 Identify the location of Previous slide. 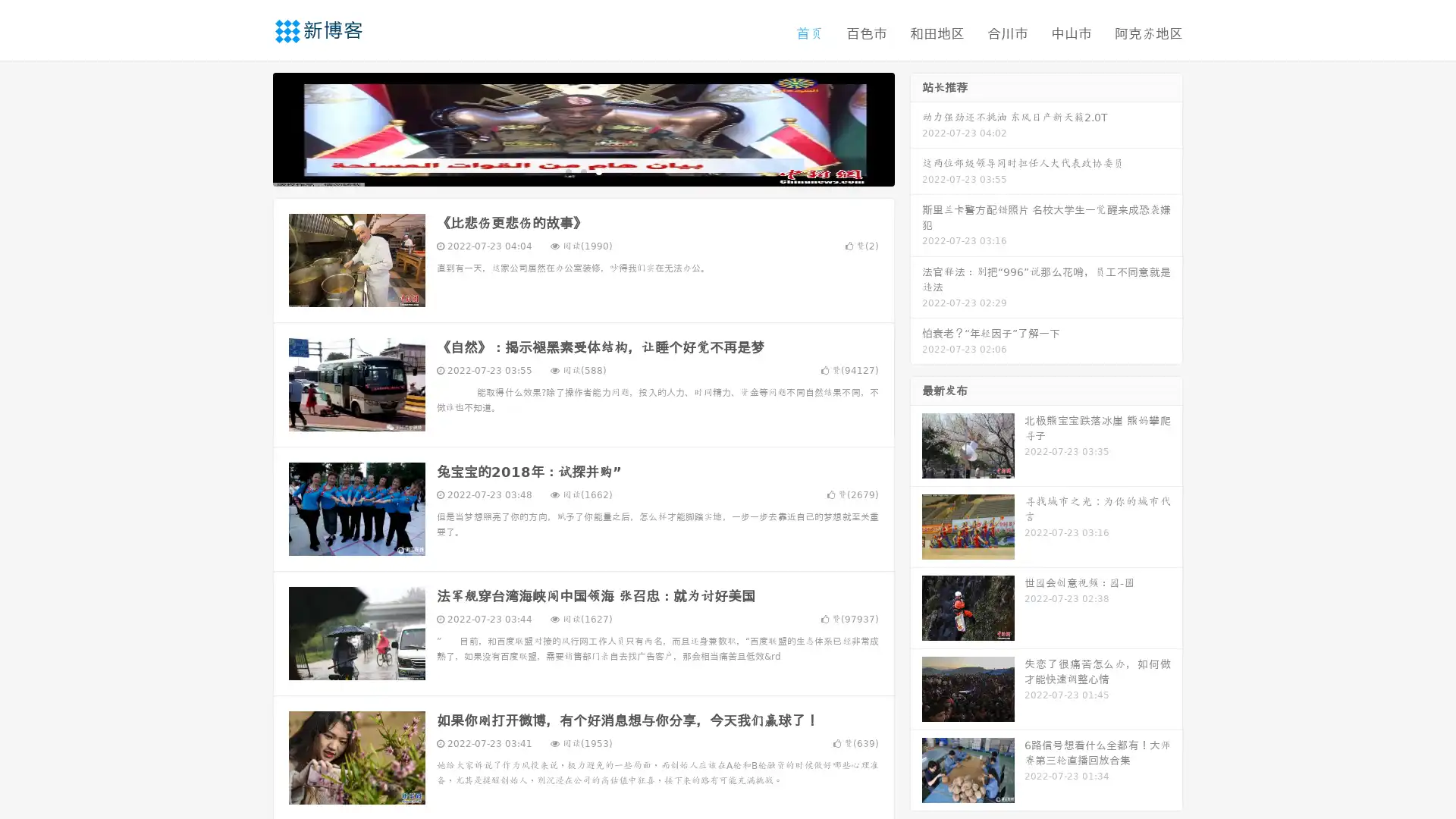
(250, 127).